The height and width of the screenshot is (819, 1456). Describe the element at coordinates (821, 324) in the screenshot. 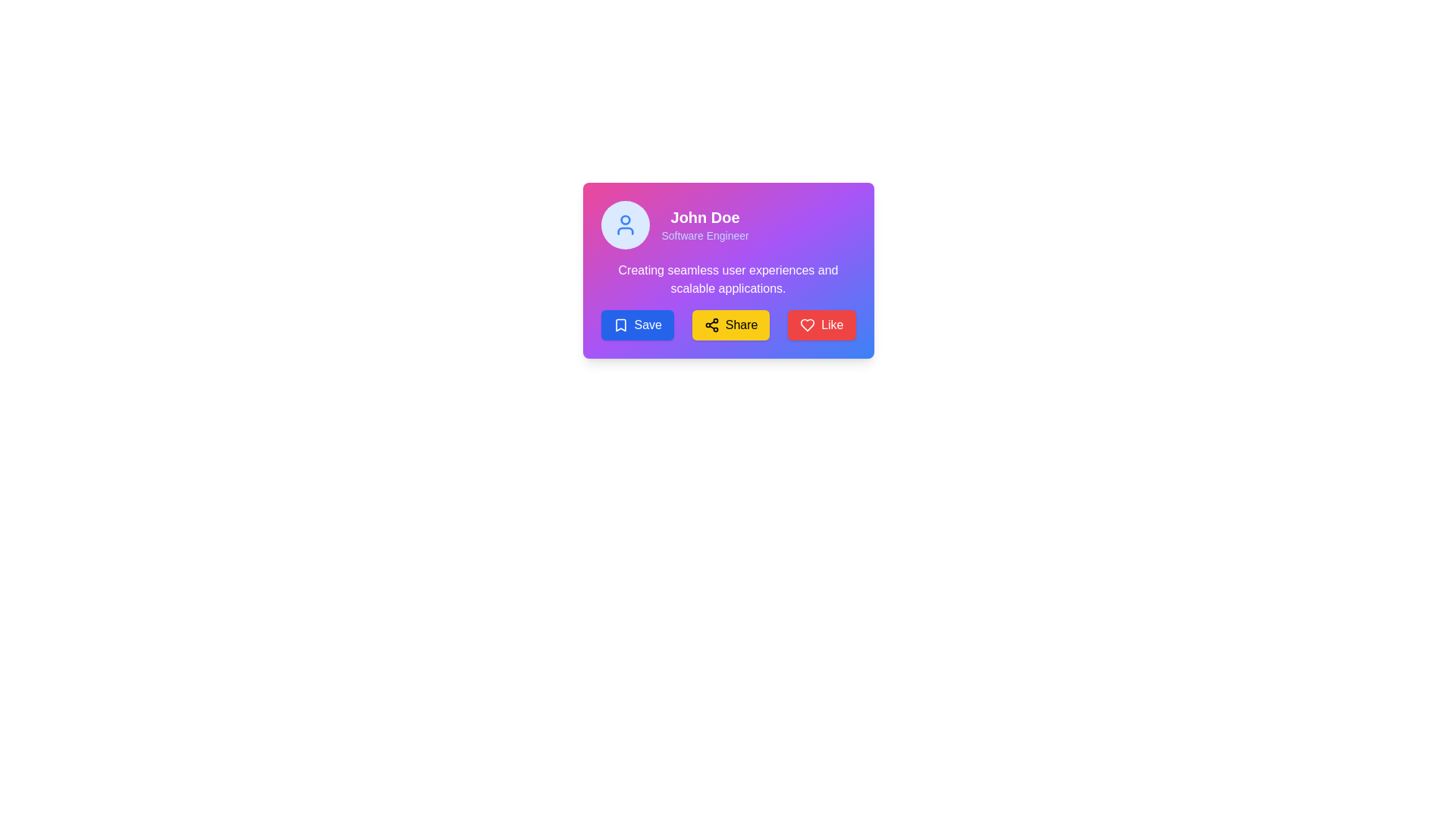

I see `the third button in the group of interactive buttons at the bottom right of the card` at that location.